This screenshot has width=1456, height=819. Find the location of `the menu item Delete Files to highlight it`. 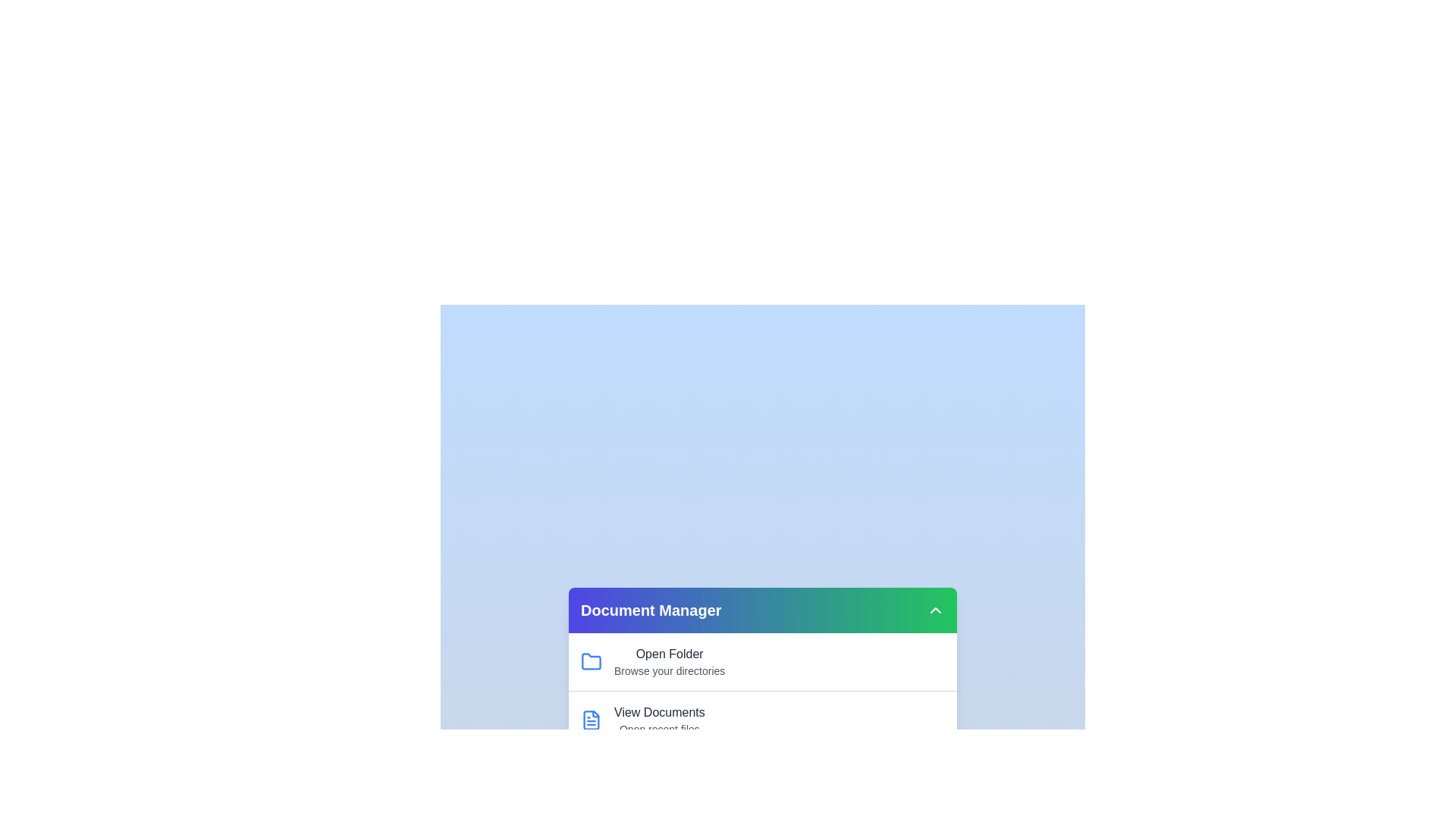

the menu item Delete Files to highlight it is located at coordinates (676, 771).